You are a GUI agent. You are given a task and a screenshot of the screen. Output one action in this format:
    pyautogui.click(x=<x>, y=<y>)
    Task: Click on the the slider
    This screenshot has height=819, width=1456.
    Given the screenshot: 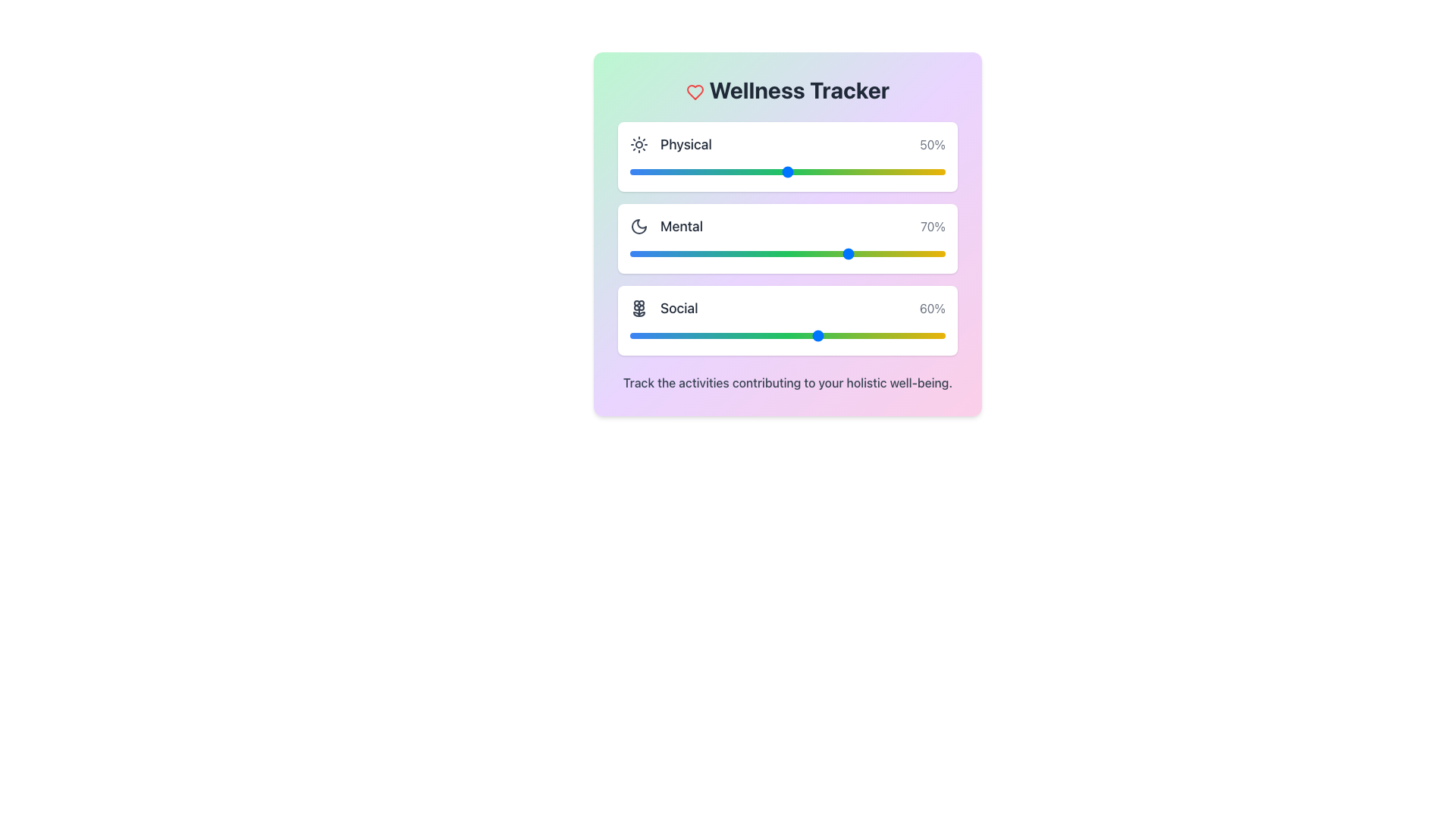 What is the action you would take?
    pyautogui.click(x=901, y=253)
    